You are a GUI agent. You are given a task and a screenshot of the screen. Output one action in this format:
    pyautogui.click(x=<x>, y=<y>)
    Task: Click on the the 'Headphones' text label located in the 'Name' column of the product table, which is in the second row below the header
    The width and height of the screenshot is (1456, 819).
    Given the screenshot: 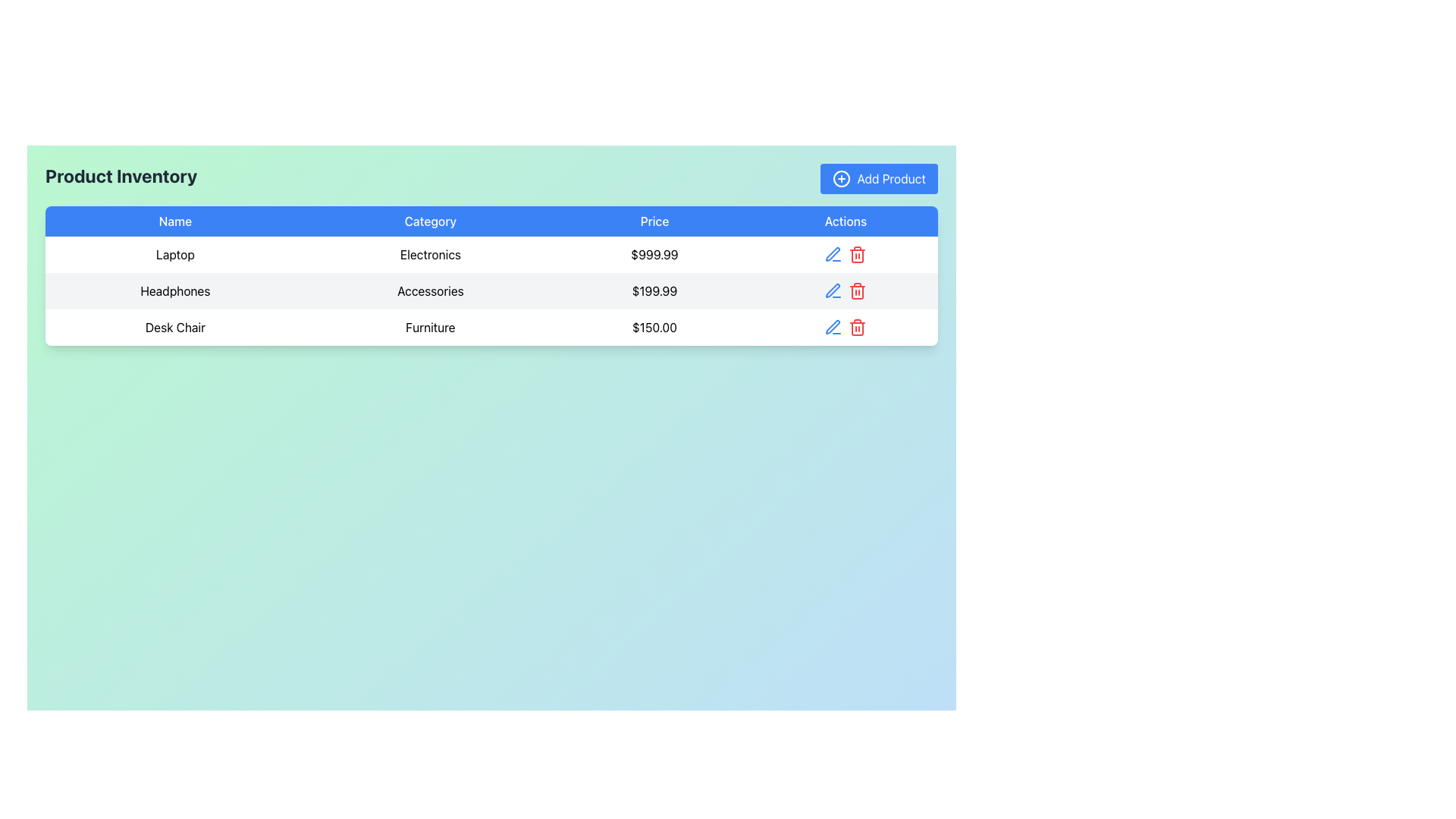 What is the action you would take?
    pyautogui.click(x=175, y=291)
    